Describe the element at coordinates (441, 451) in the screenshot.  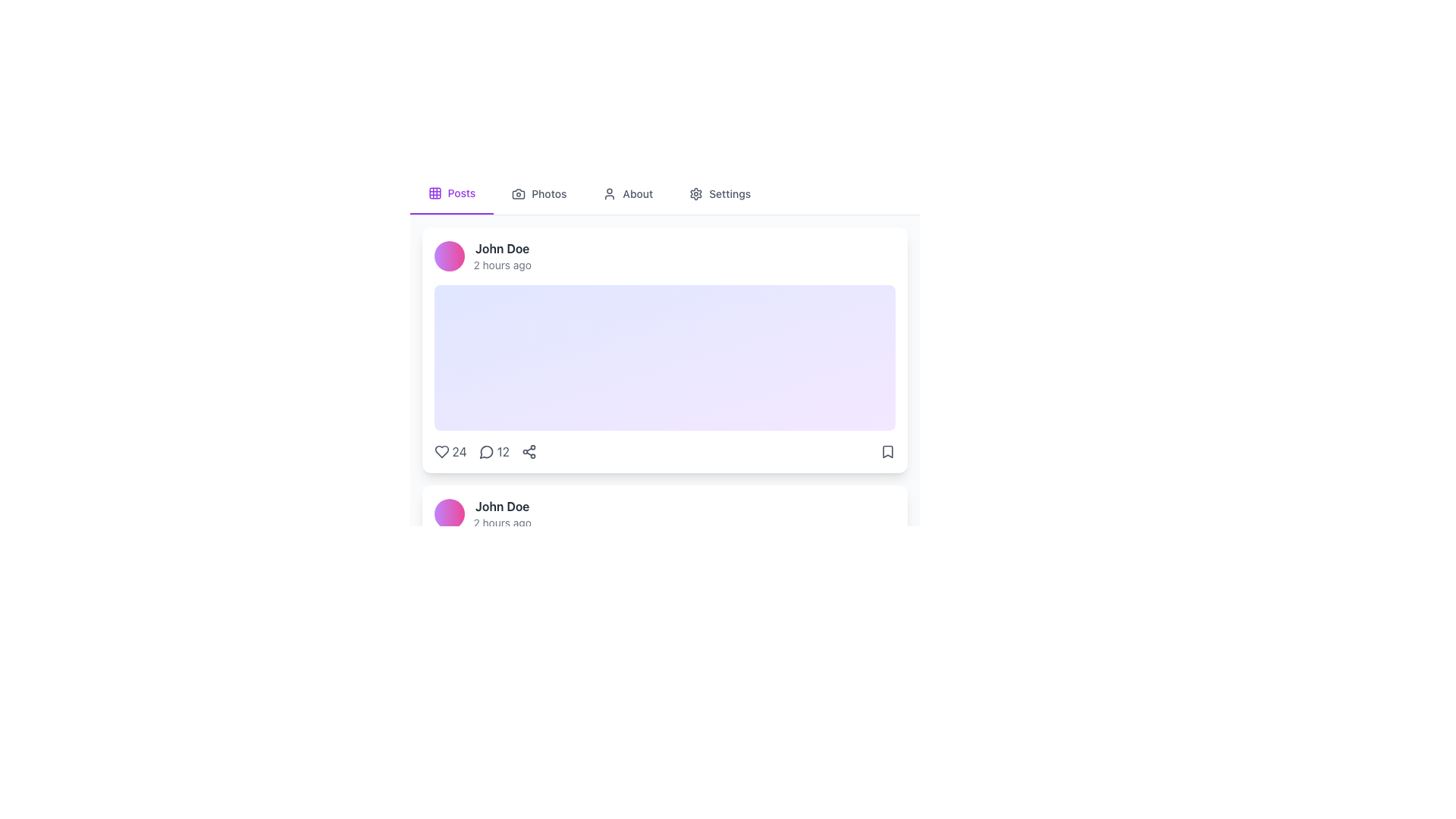
I see `the SVG-based heart symbol icon, which represents a 'like' or 'favorite' action, located beneath the post's main content and positioned to the left of the comment icon` at that location.